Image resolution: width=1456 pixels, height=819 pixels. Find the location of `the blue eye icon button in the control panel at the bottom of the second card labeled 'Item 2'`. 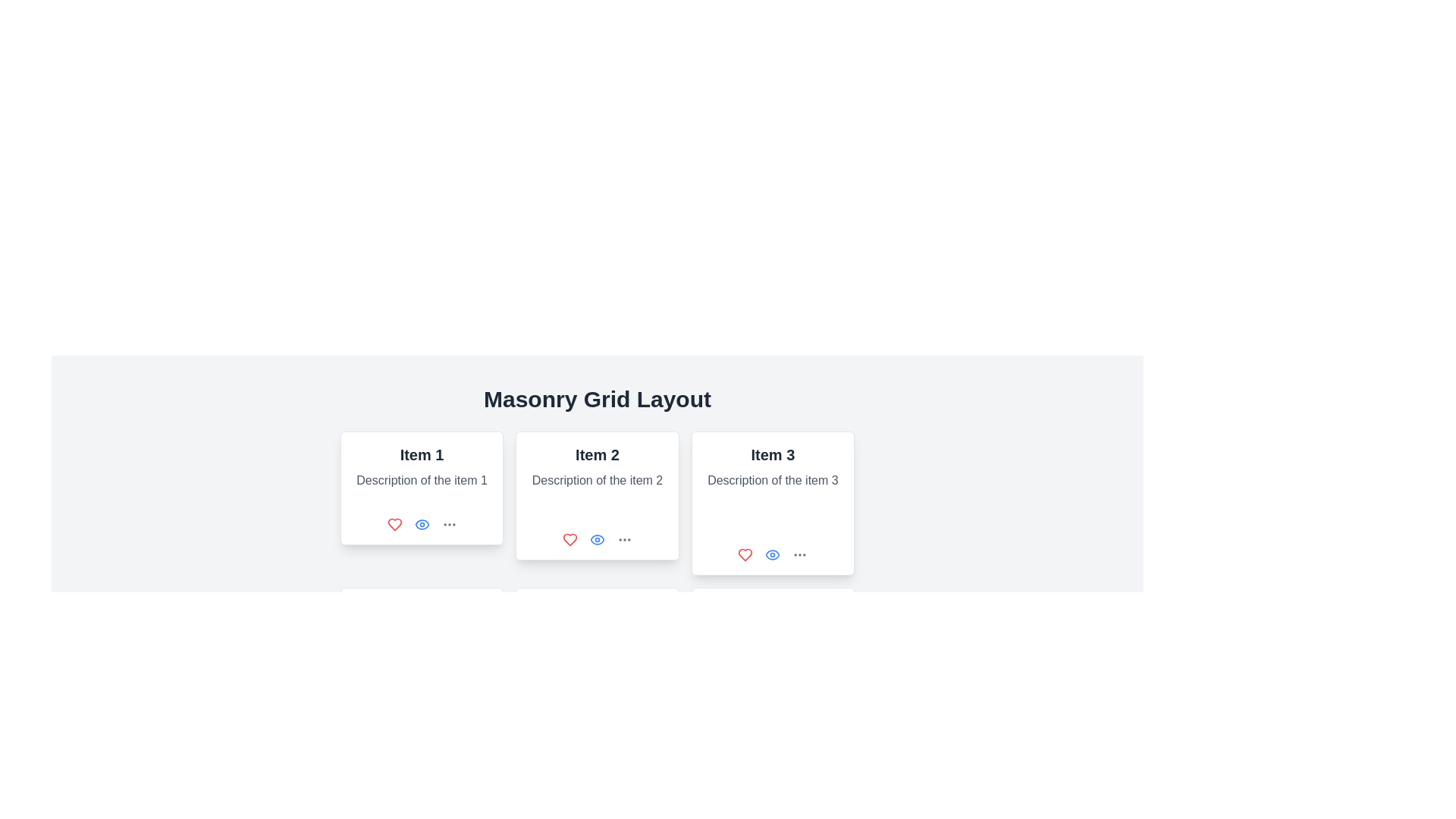

the blue eye icon button in the control panel at the bottom of the second card labeled 'Item 2' is located at coordinates (596, 539).